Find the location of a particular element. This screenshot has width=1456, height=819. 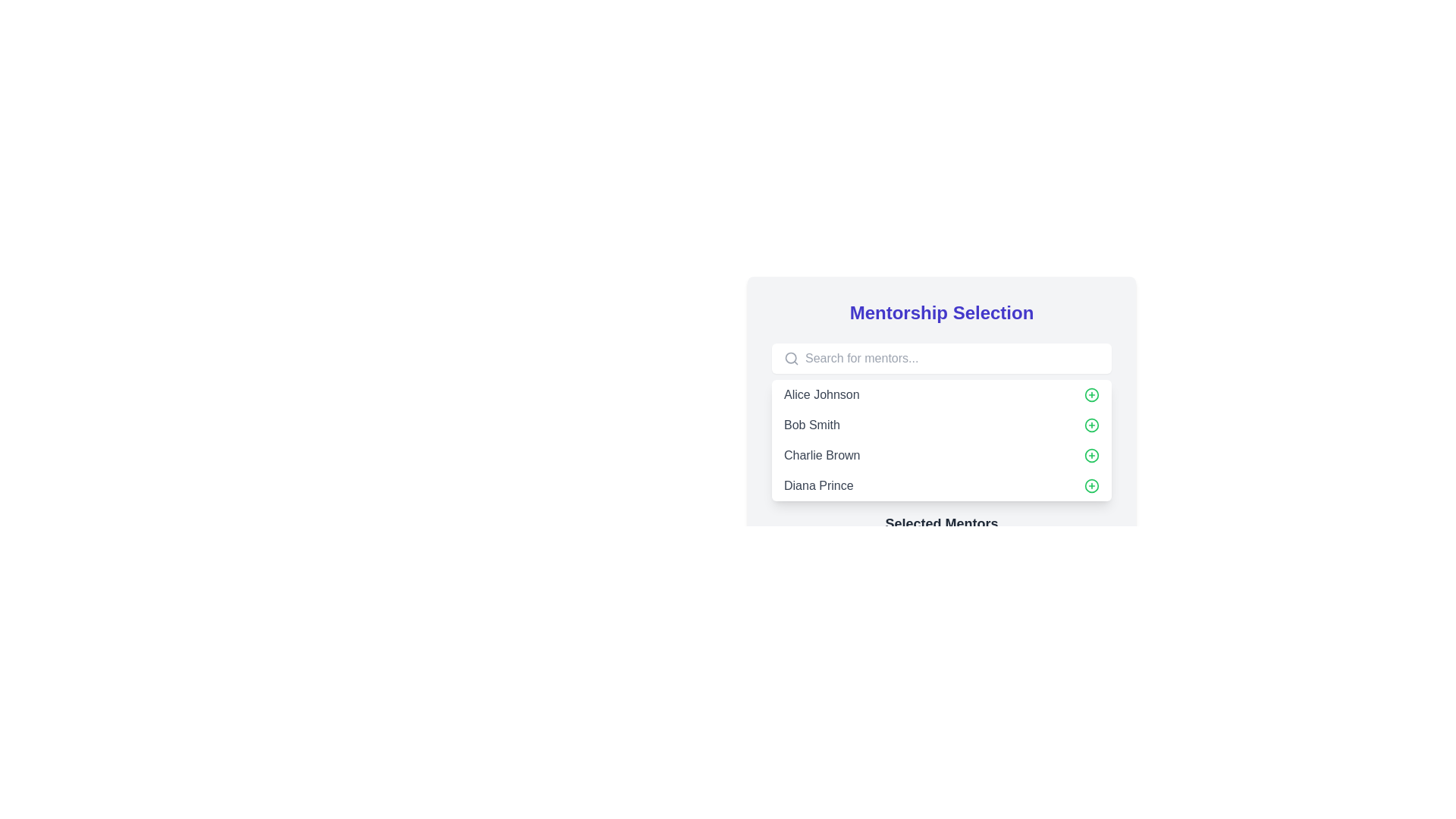

text element displaying 'Selected Mentors', which is styled in bold dark gray and located at the bottom of the 'Mentorship Selection' interface is located at coordinates (941, 522).